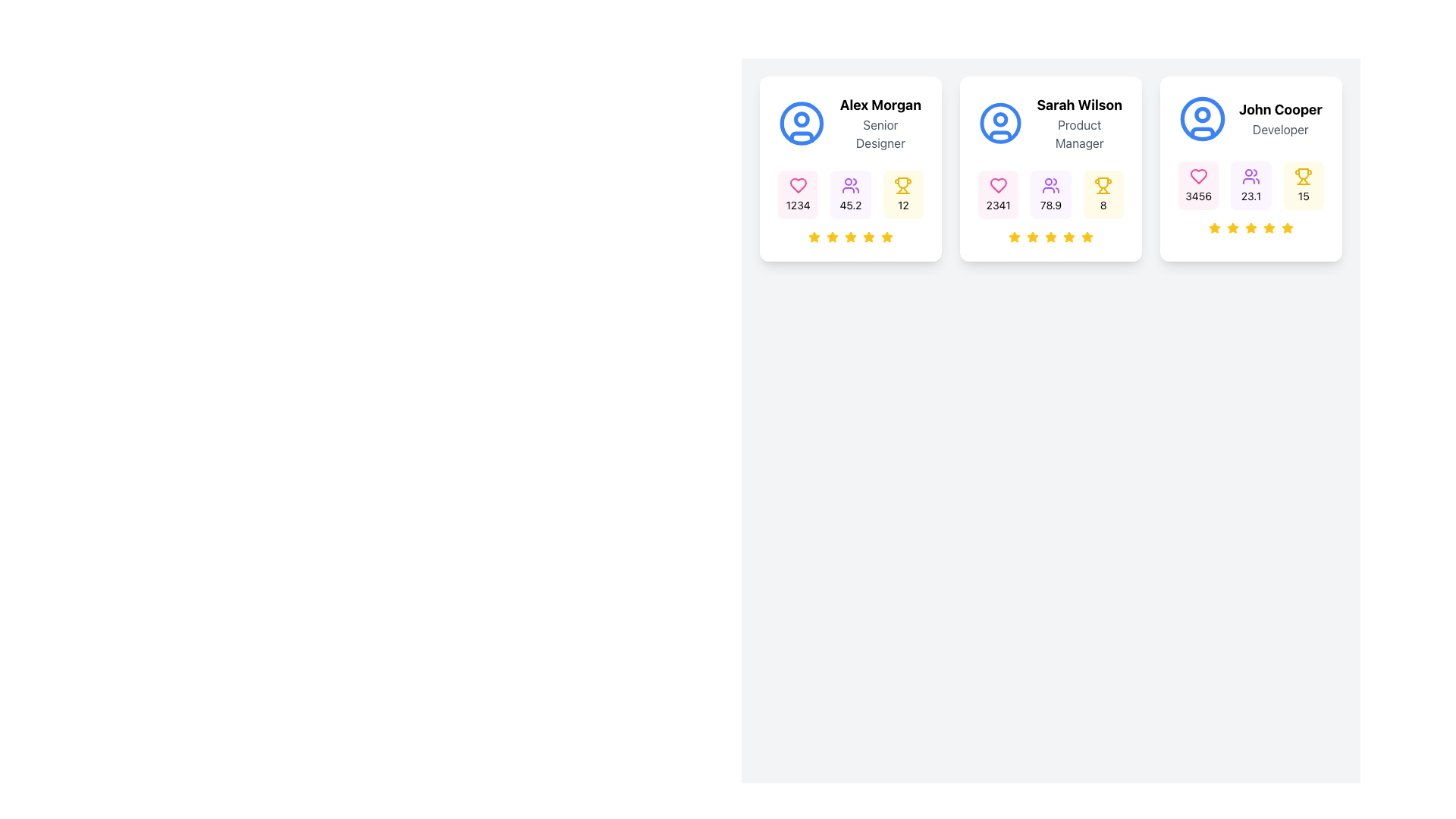 This screenshot has width=1456, height=819. What do you see at coordinates (832, 237) in the screenshot?
I see `the yellow five-pointed star icon, which is the third star in a row of five stars in the rating section of the first user profile card, to modify its visibility` at bounding box center [832, 237].